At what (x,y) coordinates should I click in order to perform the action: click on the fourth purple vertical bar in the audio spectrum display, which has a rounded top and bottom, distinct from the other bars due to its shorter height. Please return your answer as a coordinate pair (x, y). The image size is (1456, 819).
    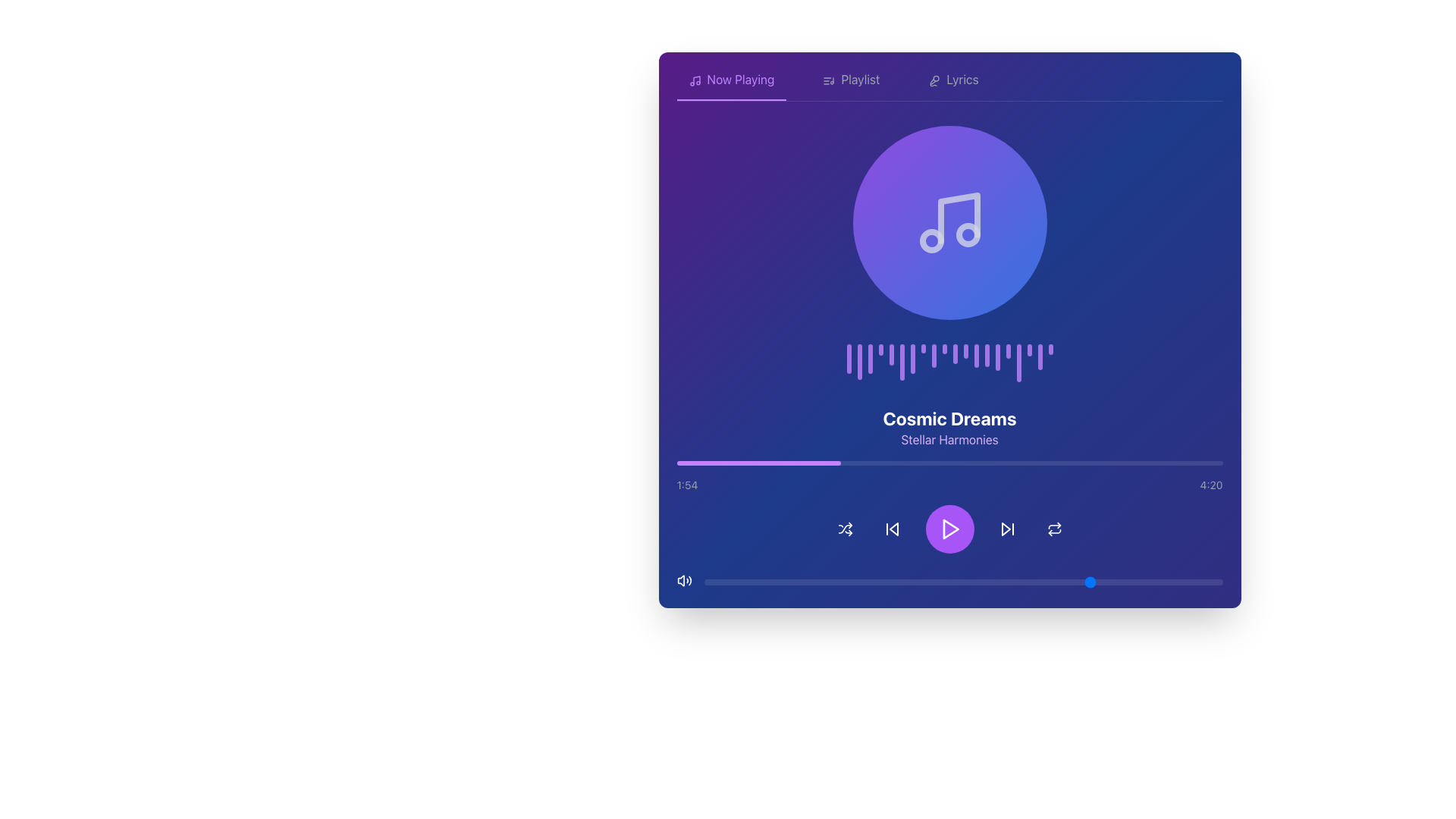
    Looking at the image, I should click on (880, 350).